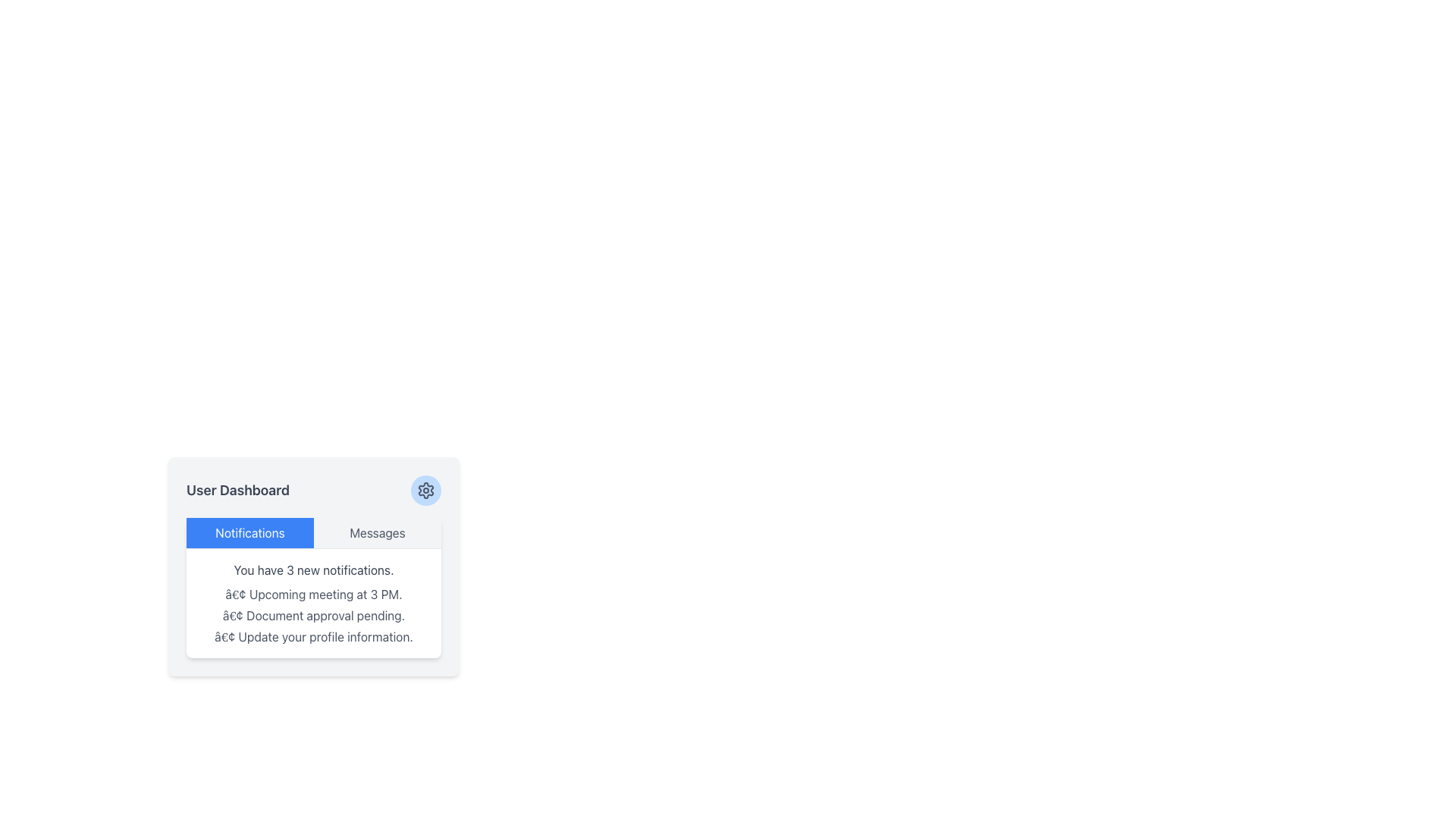 This screenshot has height=819, width=1456. What do you see at coordinates (312, 616) in the screenshot?
I see `the informational text notifying the user about a pending document approval, which is the second item in the bulleted list in the notification section of the User Dashboard` at bounding box center [312, 616].